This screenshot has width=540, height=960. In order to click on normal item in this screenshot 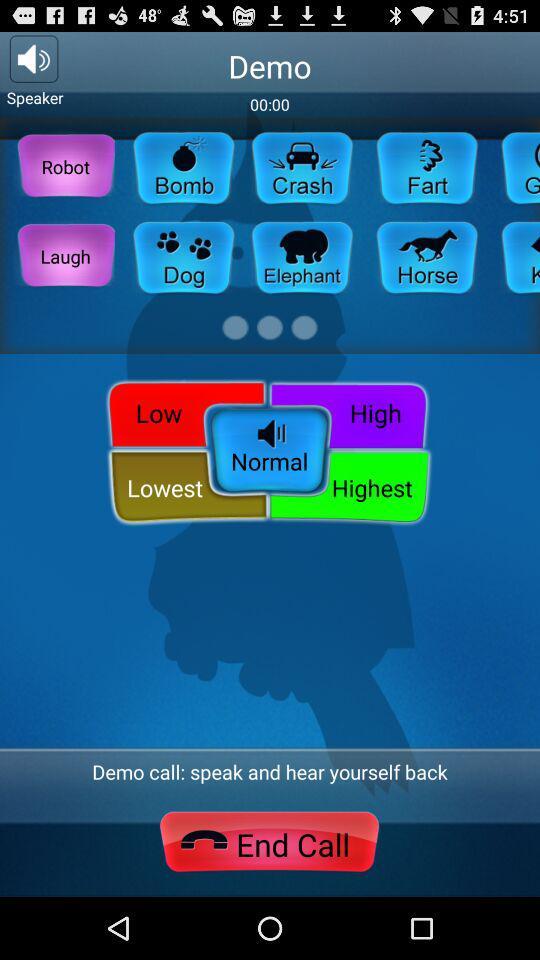, I will do `click(269, 452)`.